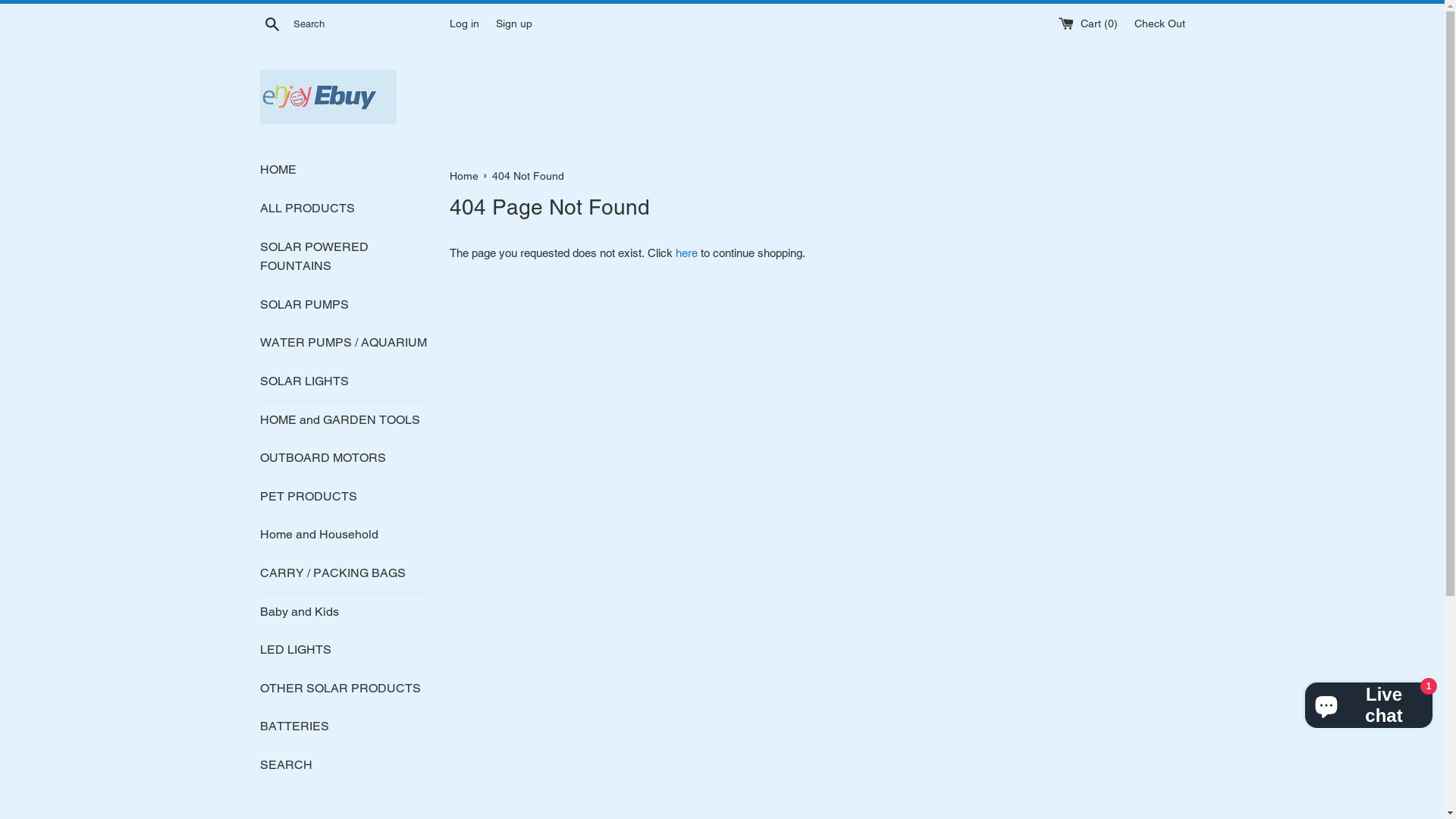 This screenshot has width=1456, height=819. I want to click on 'SEARCH', so click(341, 765).